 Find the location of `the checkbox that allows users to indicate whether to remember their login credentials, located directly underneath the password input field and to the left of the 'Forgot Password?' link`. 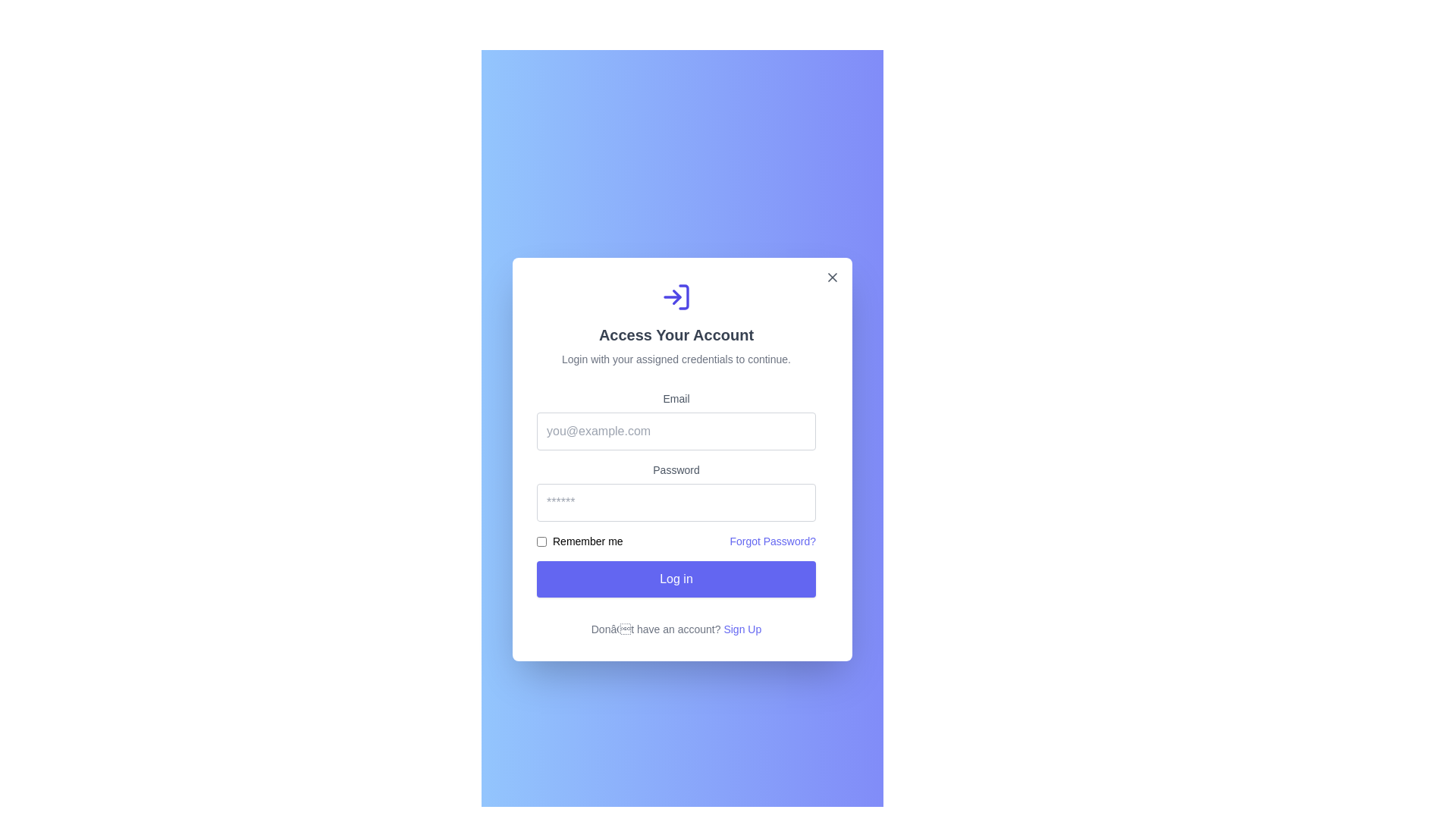

the checkbox that allows users to indicate whether to remember their login credentials, located directly underneath the password input field and to the left of the 'Forgot Password?' link is located at coordinates (579, 540).